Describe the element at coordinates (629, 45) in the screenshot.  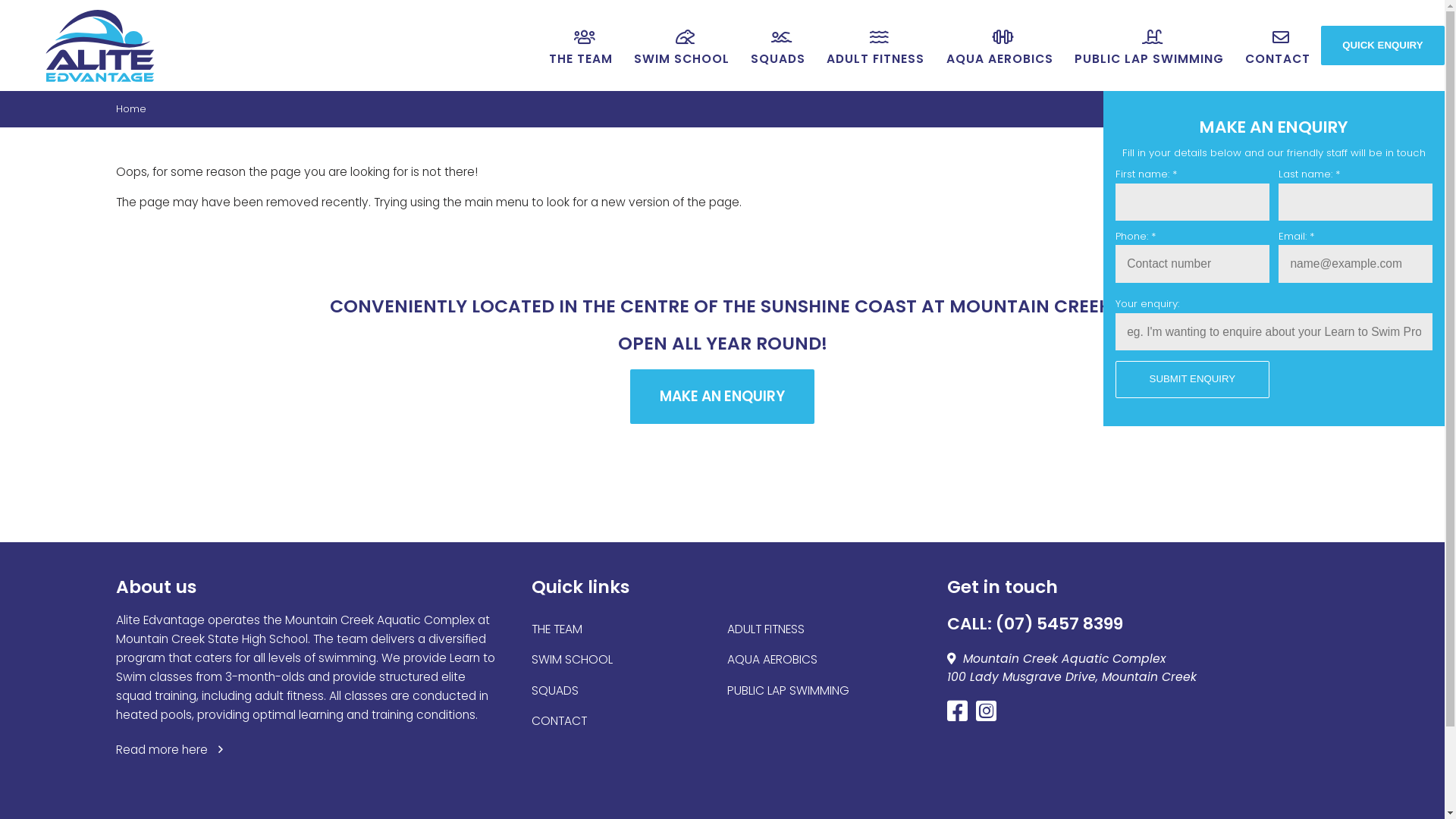
I see `'SWIM SCHOOL'` at that location.